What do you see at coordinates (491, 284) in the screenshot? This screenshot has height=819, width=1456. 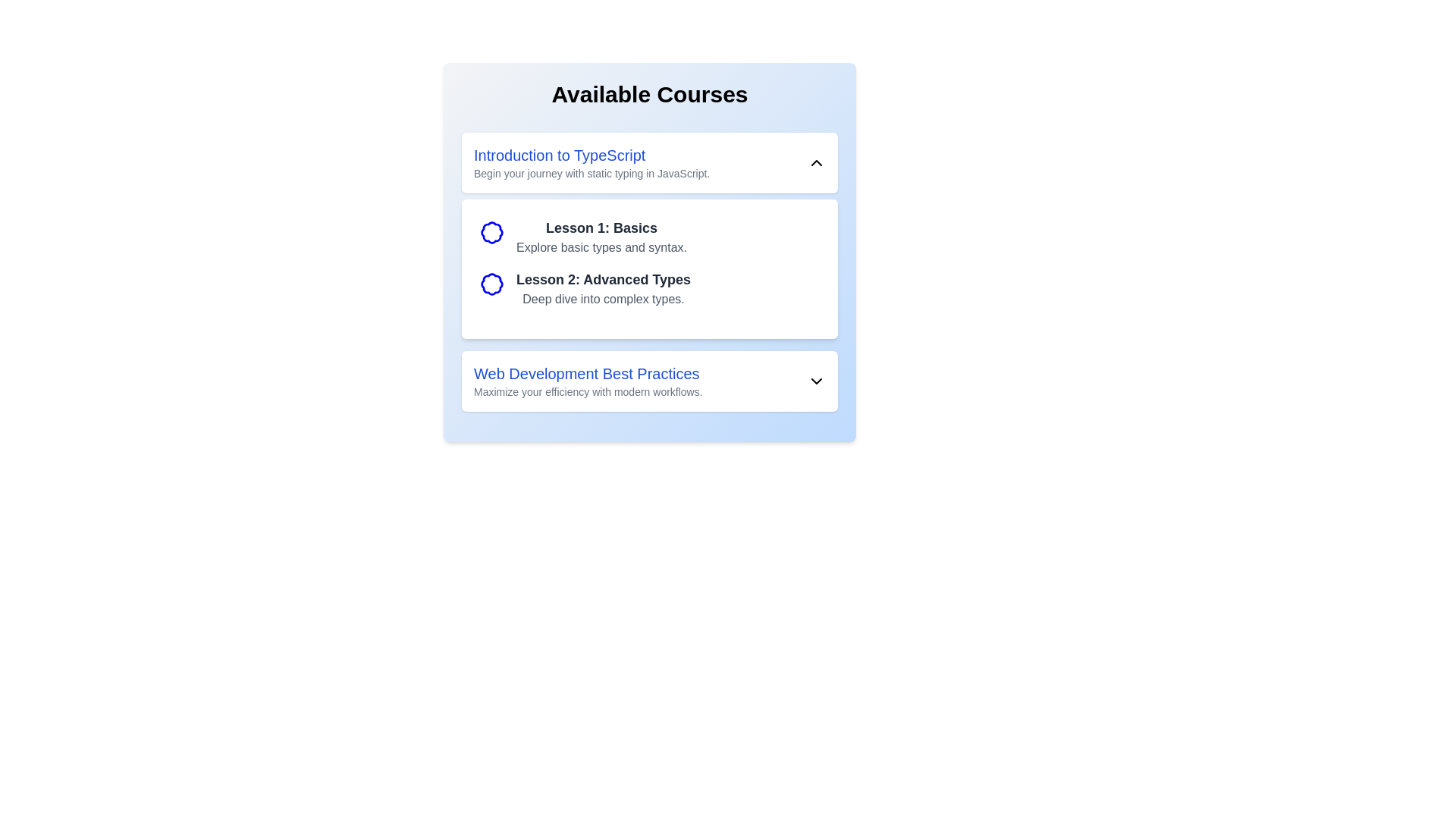 I see `the circular badge icon with a blue stroke outline, styled with scalloped edges, located to the left of the text 'Lesson 2: Advanced Types' in the second course card` at bounding box center [491, 284].